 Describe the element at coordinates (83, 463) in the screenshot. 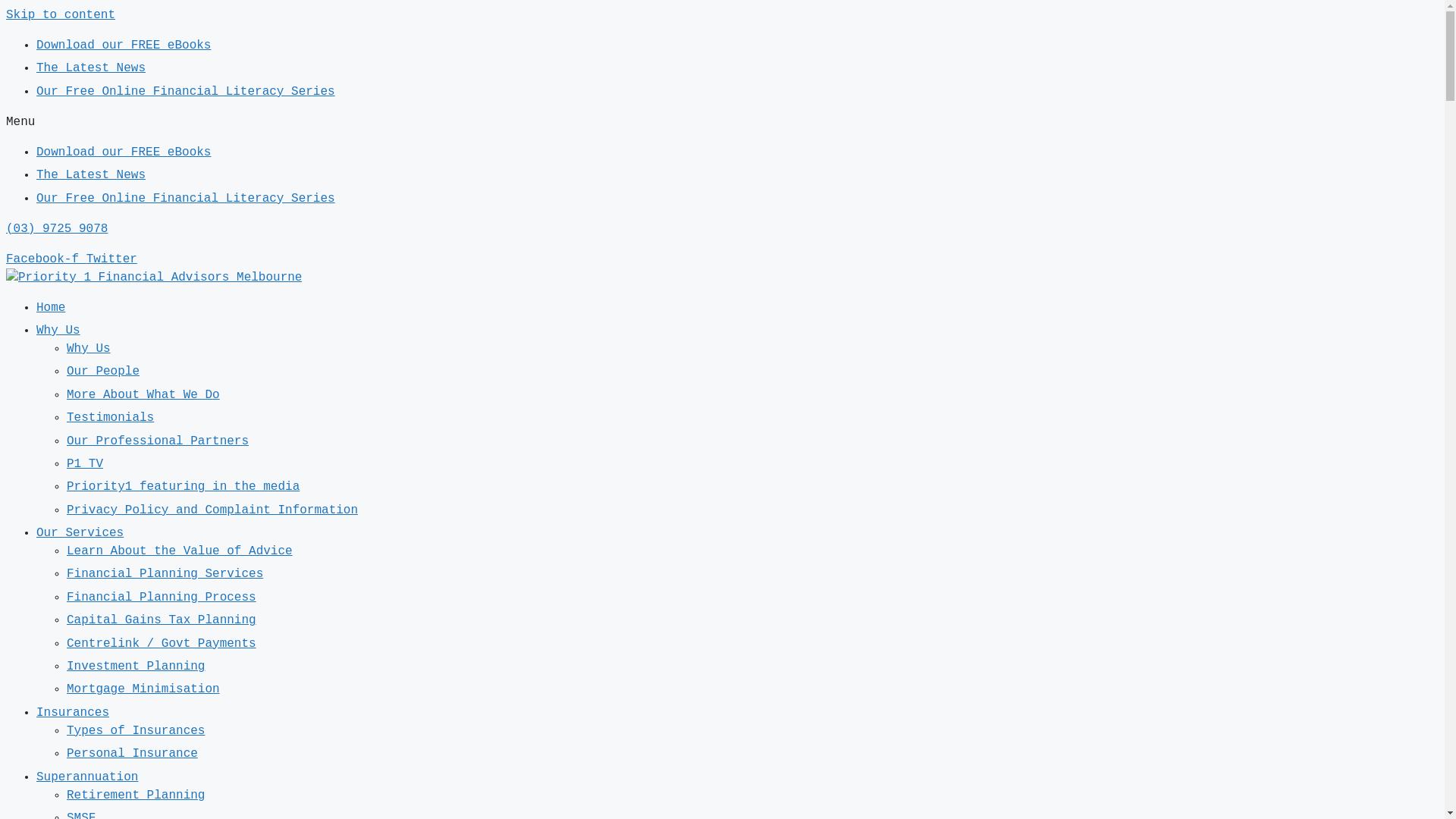

I see `'P1 TV'` at that location.